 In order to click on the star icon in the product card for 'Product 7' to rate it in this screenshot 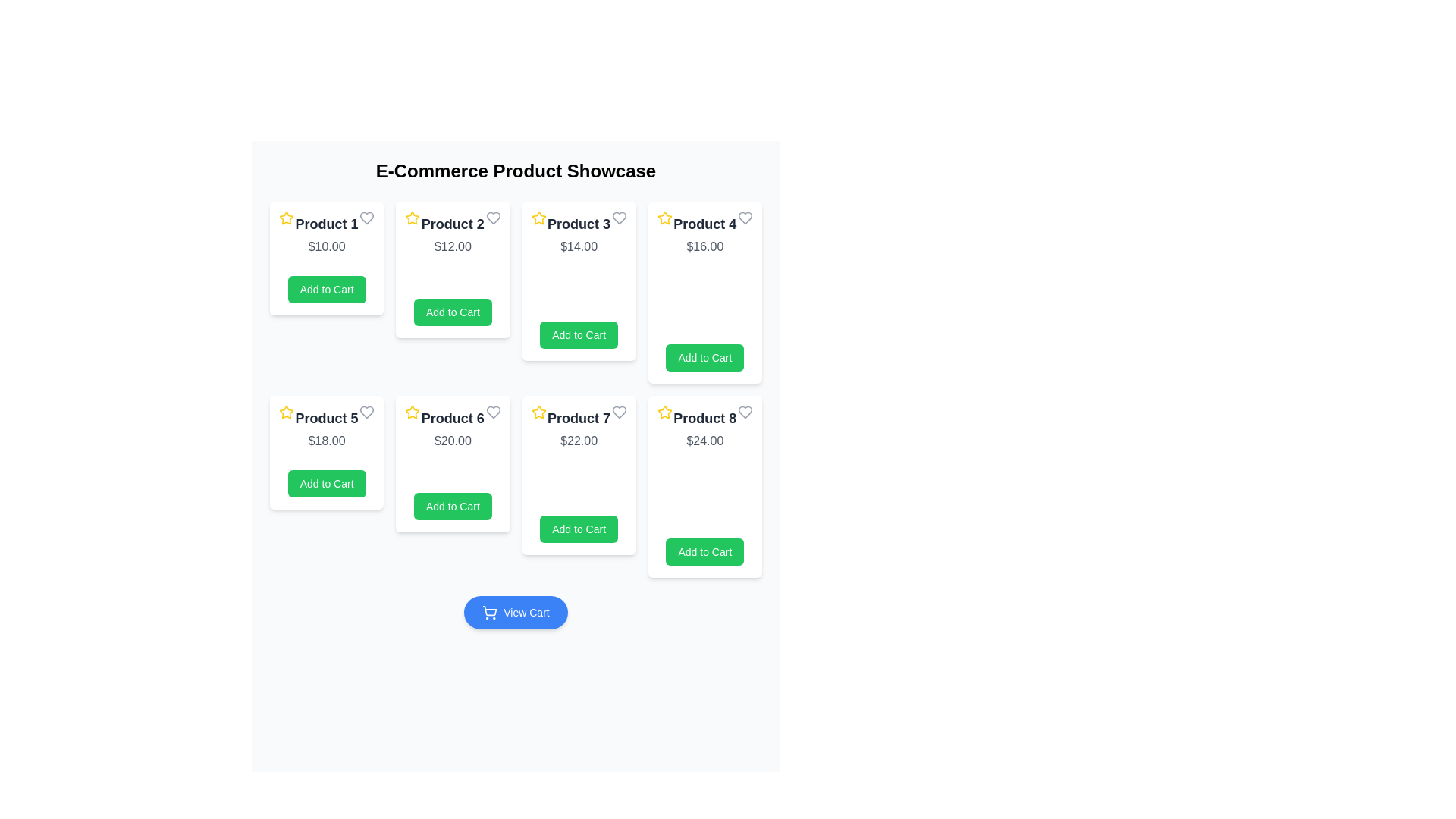, I will do `click(538, 412)`.